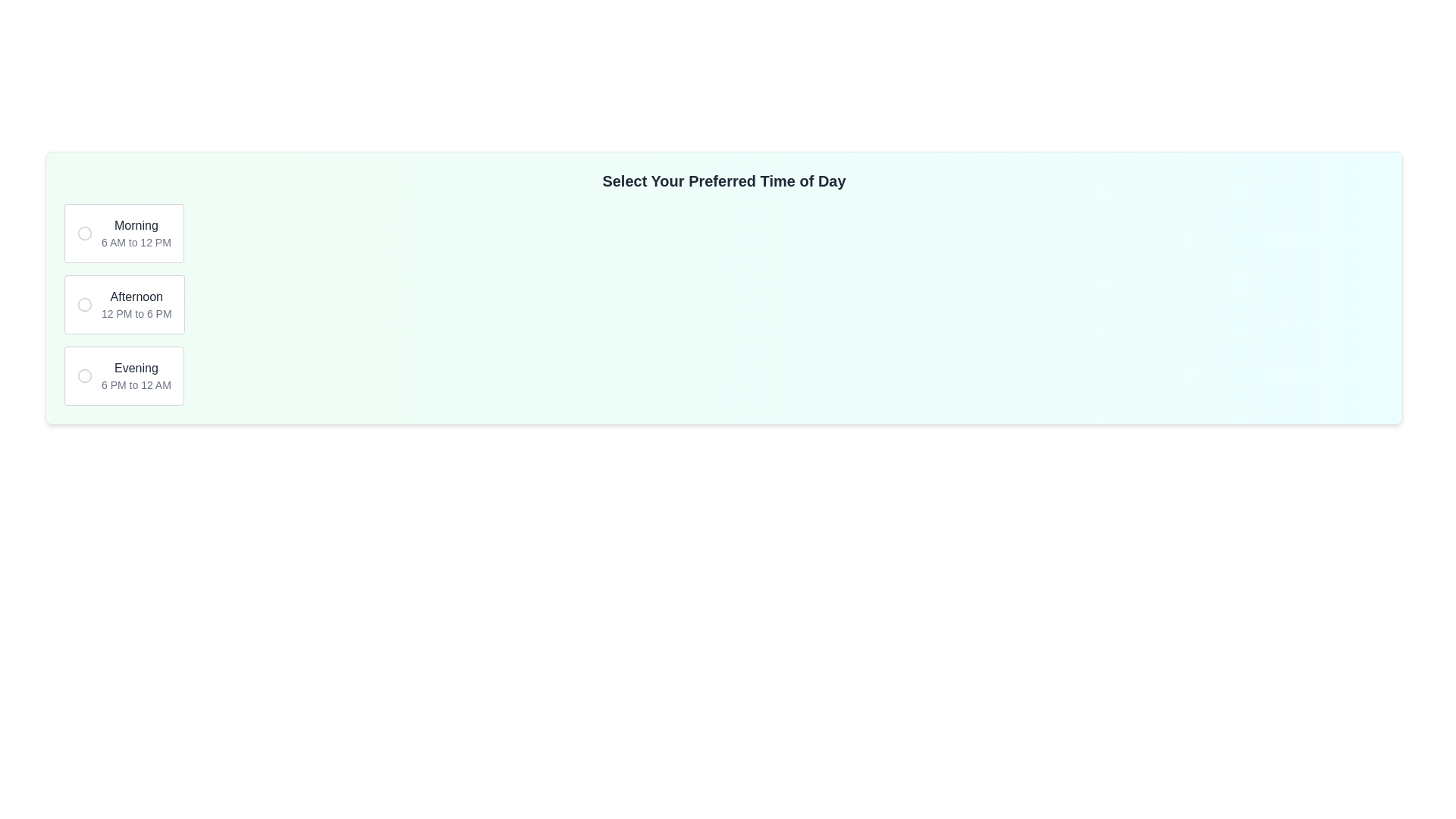 This screenshot has width=1456, height=819. Describe the element at coordinates (136, 234) in the screenshot. I see `the 'Morning' label associated with the selectable radio button, which is the first option in the time period selection list` at that location.